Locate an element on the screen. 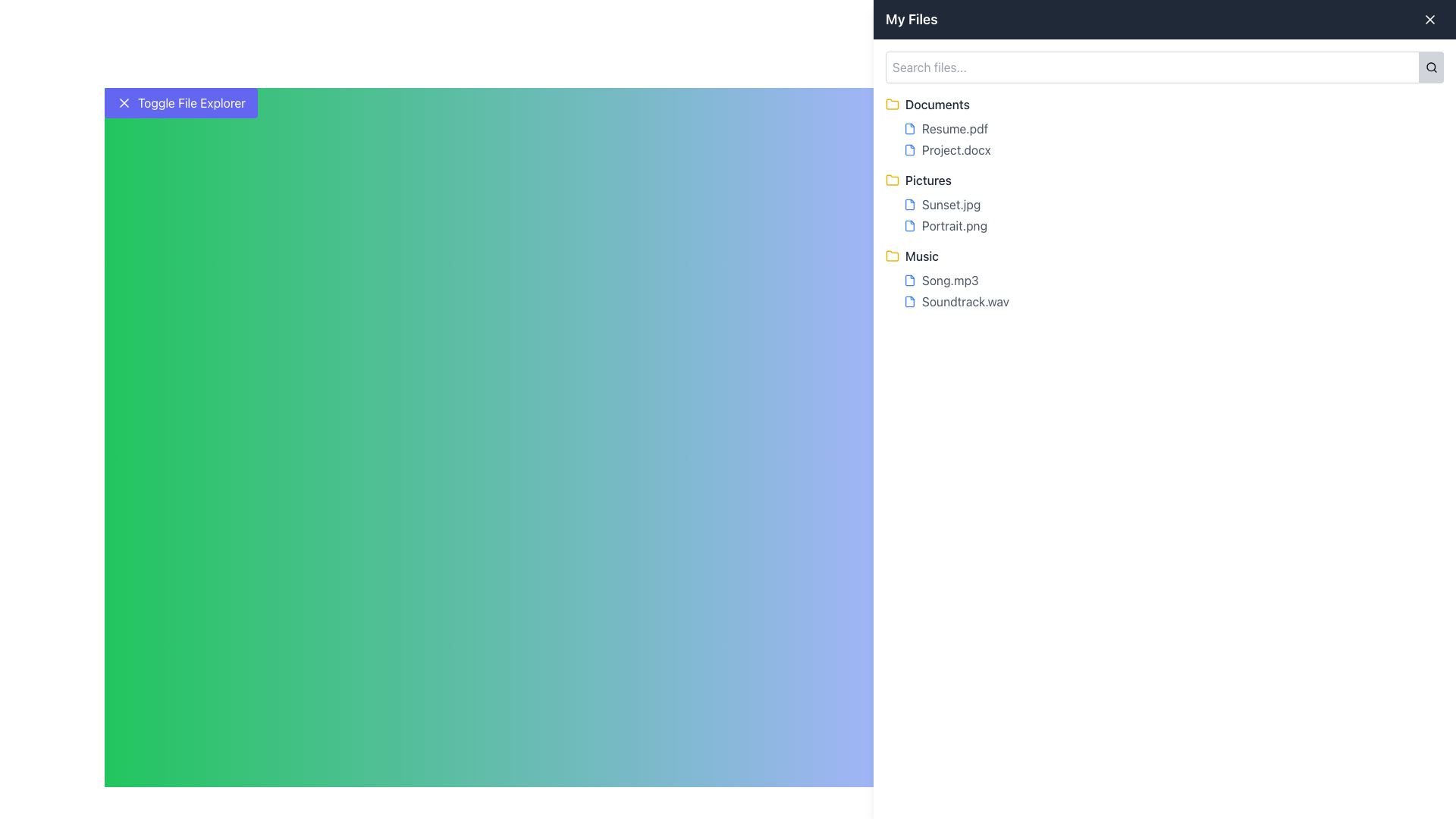 This screenshot has width=1456, height=819. the 'Song.mp3' file in the Music folder is located at coordinates (1164, 291).